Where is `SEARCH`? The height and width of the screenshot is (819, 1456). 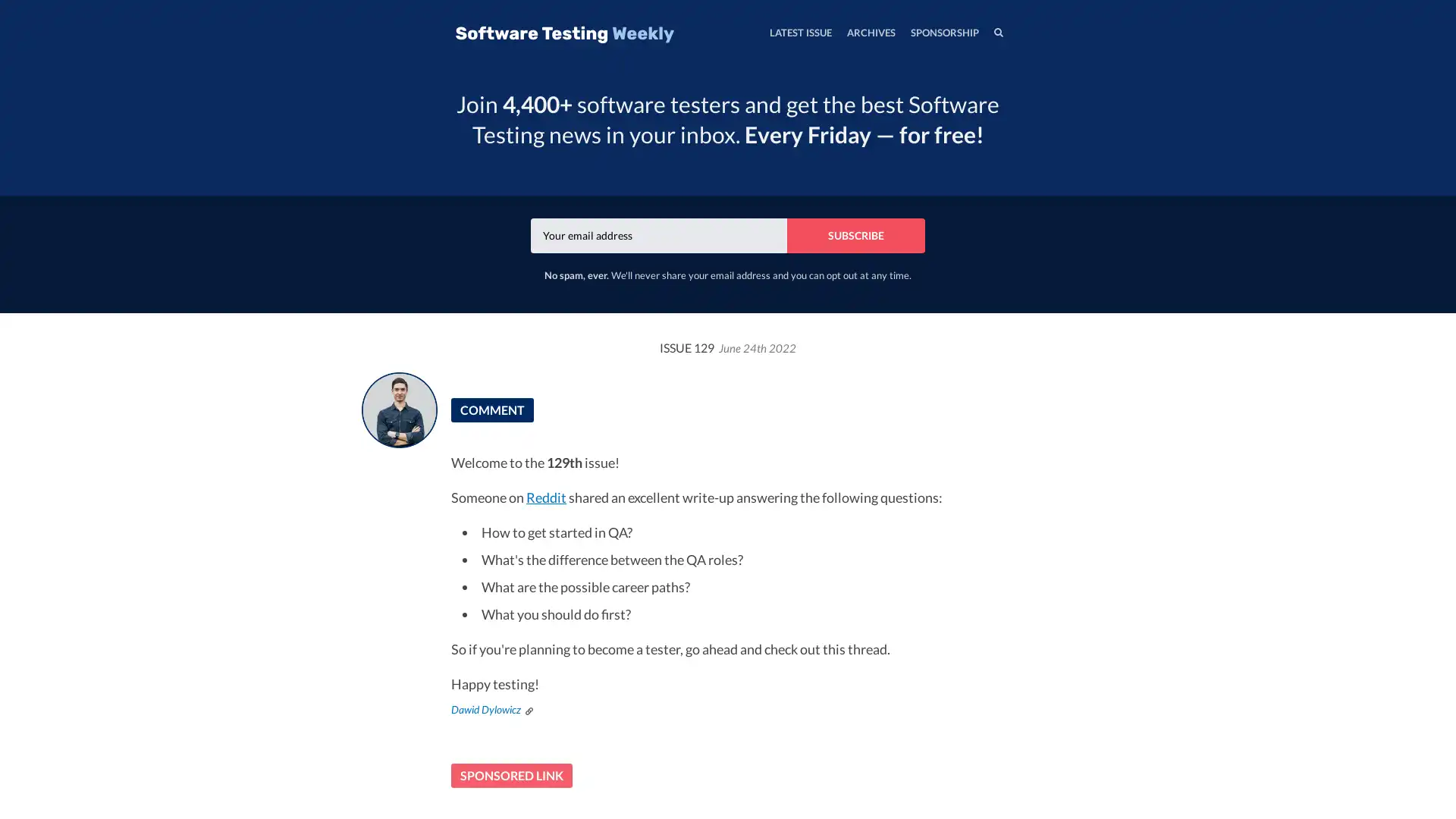 SEARCH is located at coordinates (966, 32).